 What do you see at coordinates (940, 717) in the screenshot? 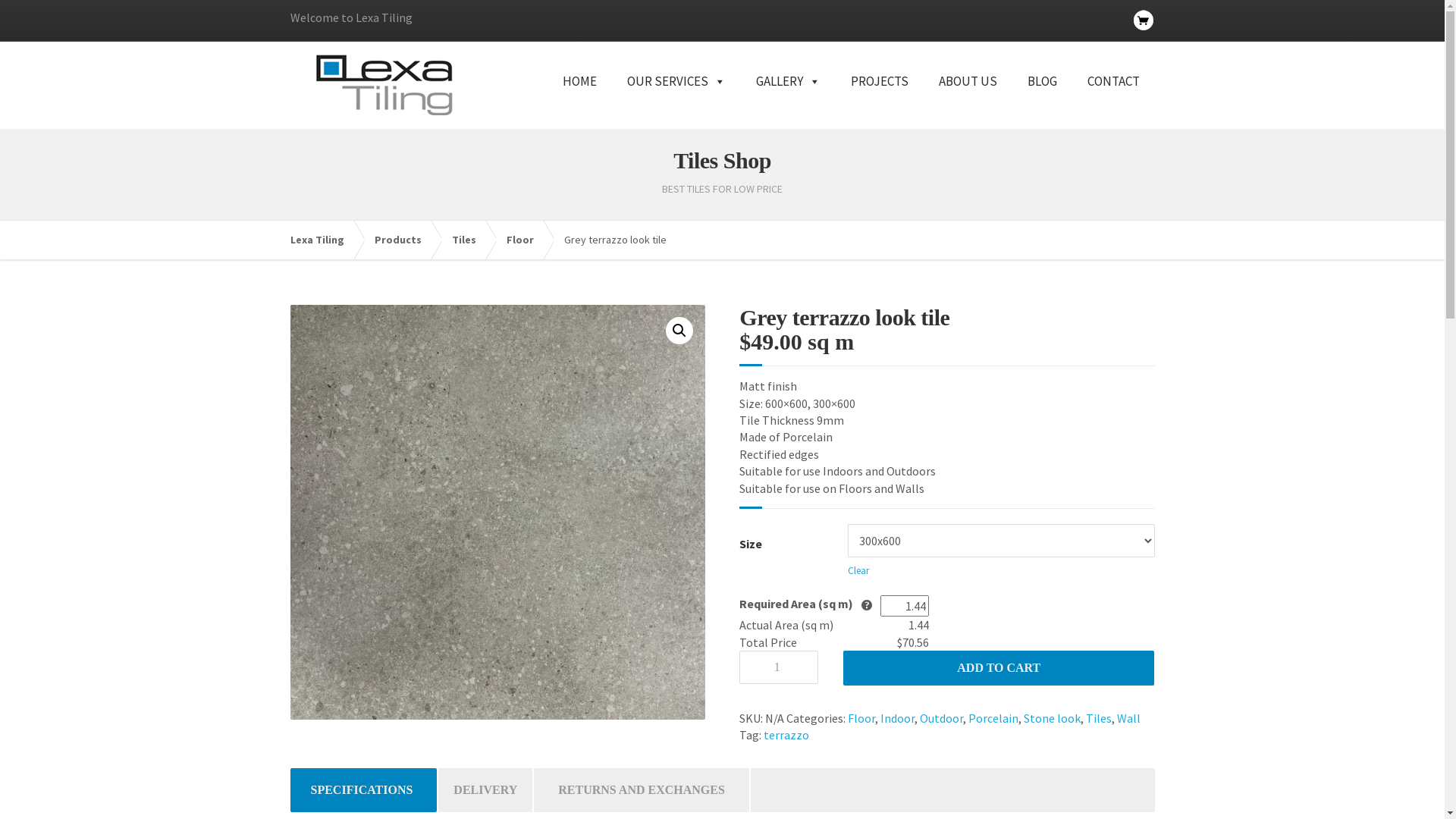
I see `'Outdoor'` at bounding box center [940, 717].